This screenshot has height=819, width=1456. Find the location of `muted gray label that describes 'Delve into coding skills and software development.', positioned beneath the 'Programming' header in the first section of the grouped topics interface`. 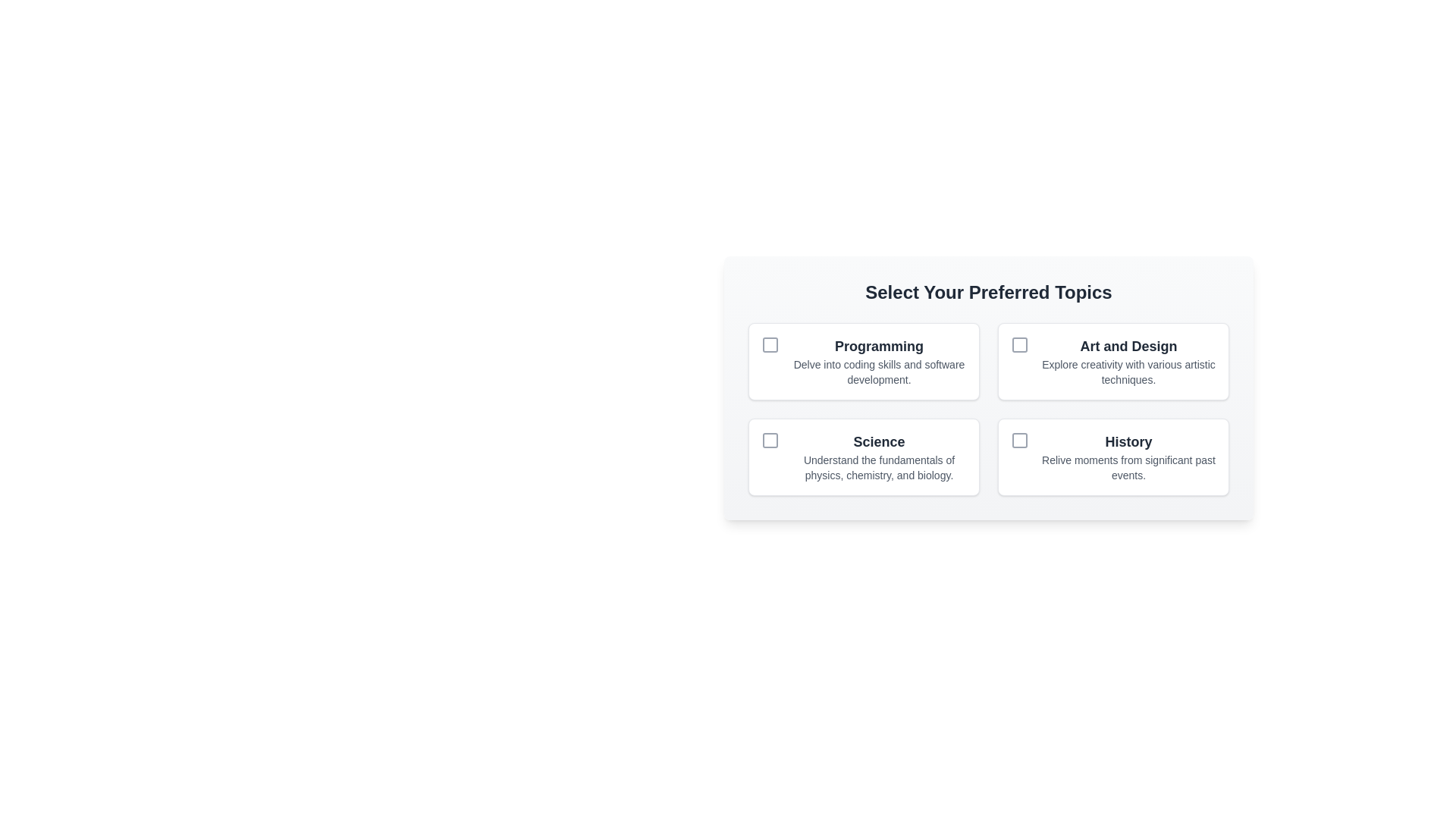

muted gray label that describes 'Delve into coding skills and software development.', positioned beneath the 'Programming' header in the first section of the grouped topics interface is located at coordinates (879, 372).